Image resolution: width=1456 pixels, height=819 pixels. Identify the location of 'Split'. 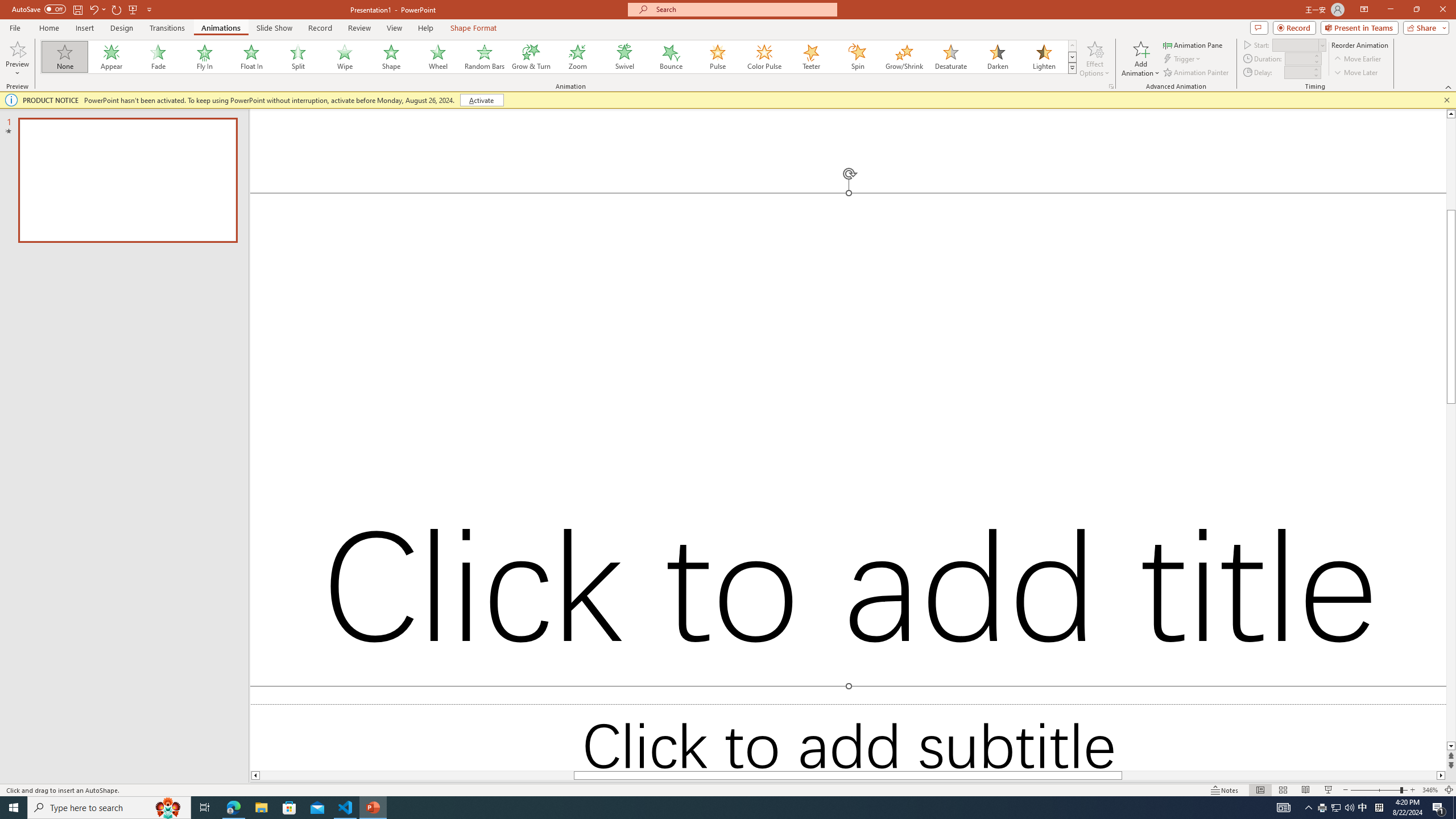
(297, 56).